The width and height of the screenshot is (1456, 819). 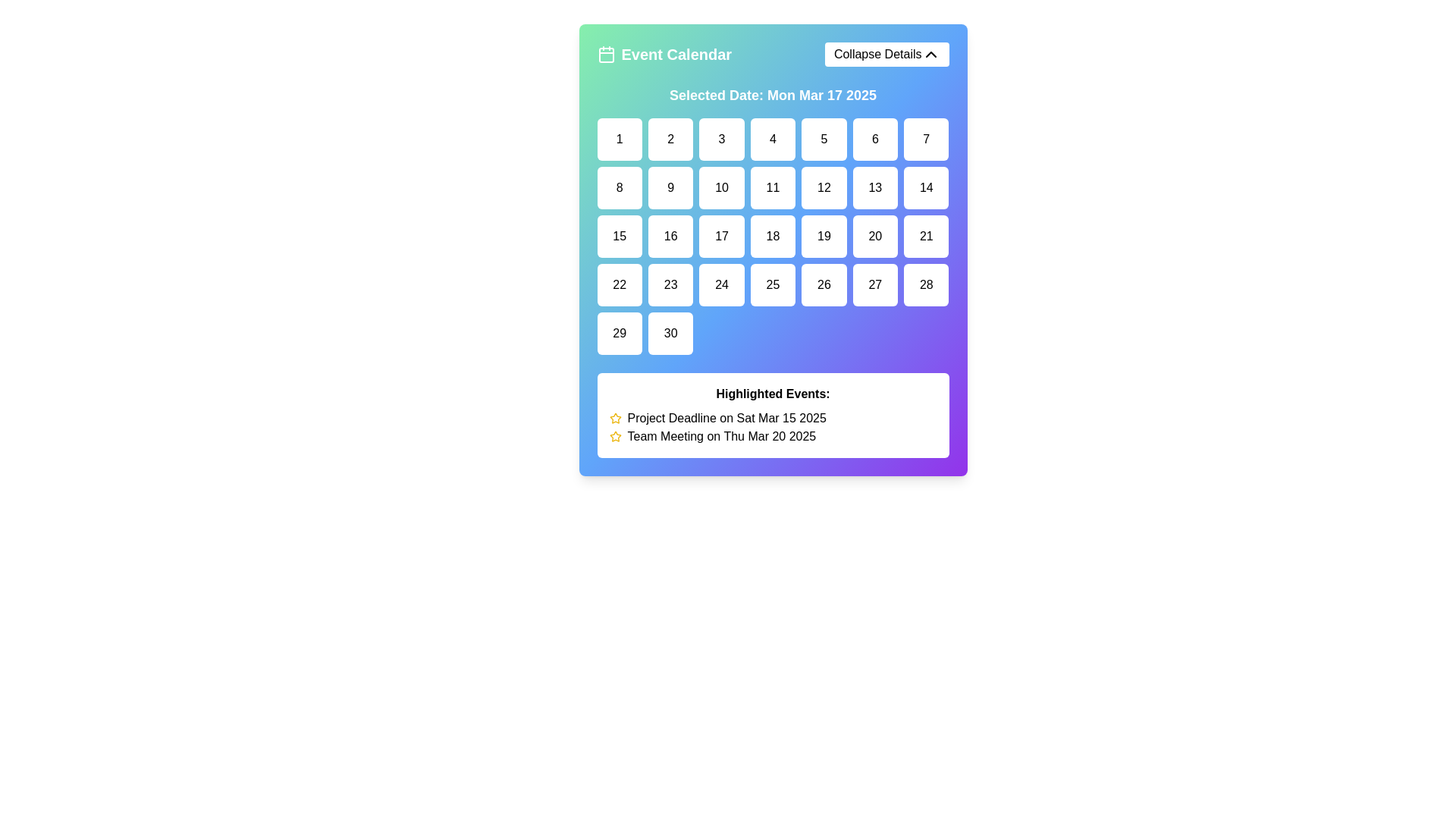 What do you see at coordinates (823, 284) in the screenshot?
I see `the square-shaped button labeled '26' with a white background and rounded corners located` at bounding box center [823, 284].